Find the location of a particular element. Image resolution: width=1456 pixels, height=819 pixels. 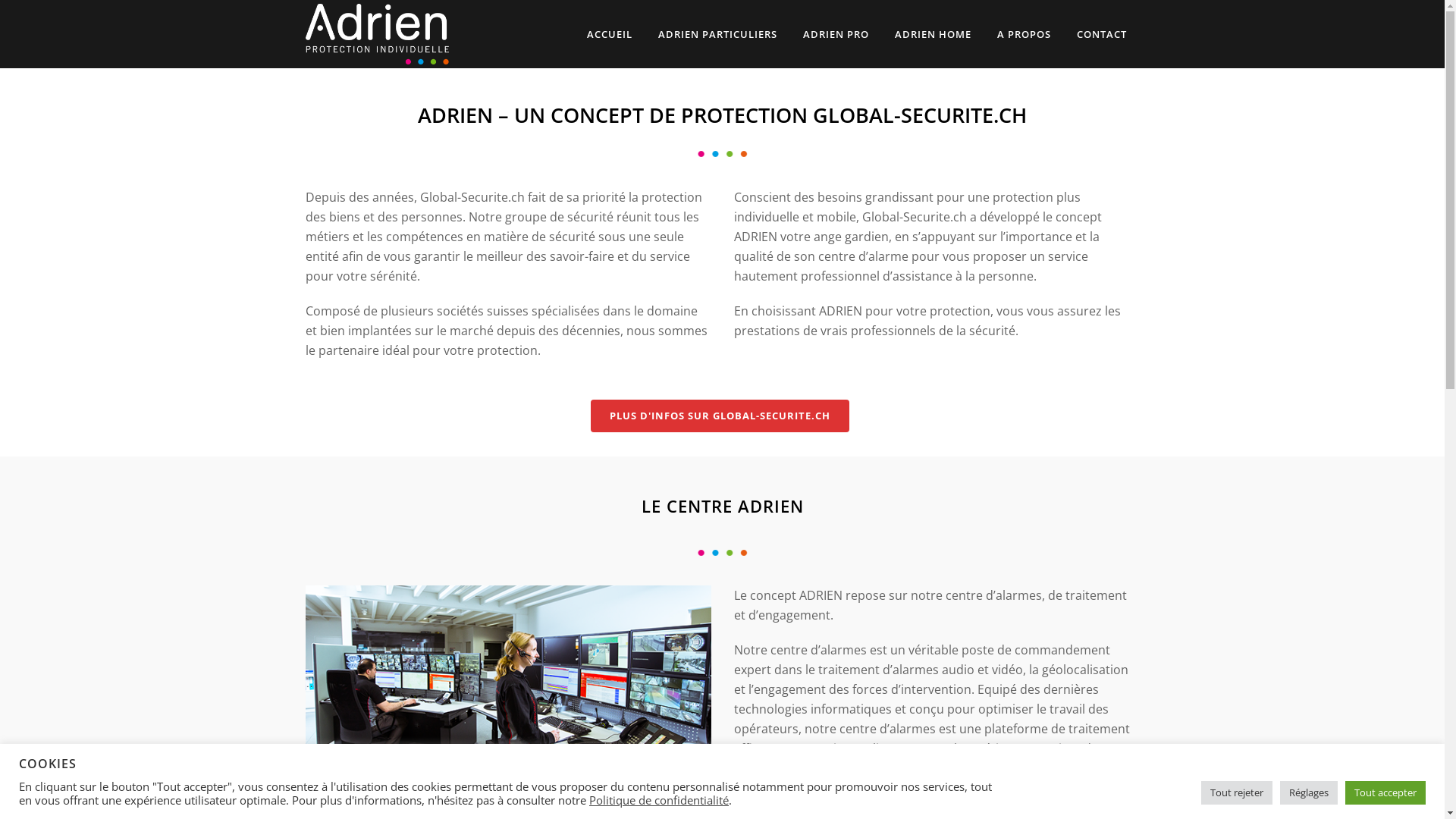

'Tout accepter' is located at coordinates (1385, 792).